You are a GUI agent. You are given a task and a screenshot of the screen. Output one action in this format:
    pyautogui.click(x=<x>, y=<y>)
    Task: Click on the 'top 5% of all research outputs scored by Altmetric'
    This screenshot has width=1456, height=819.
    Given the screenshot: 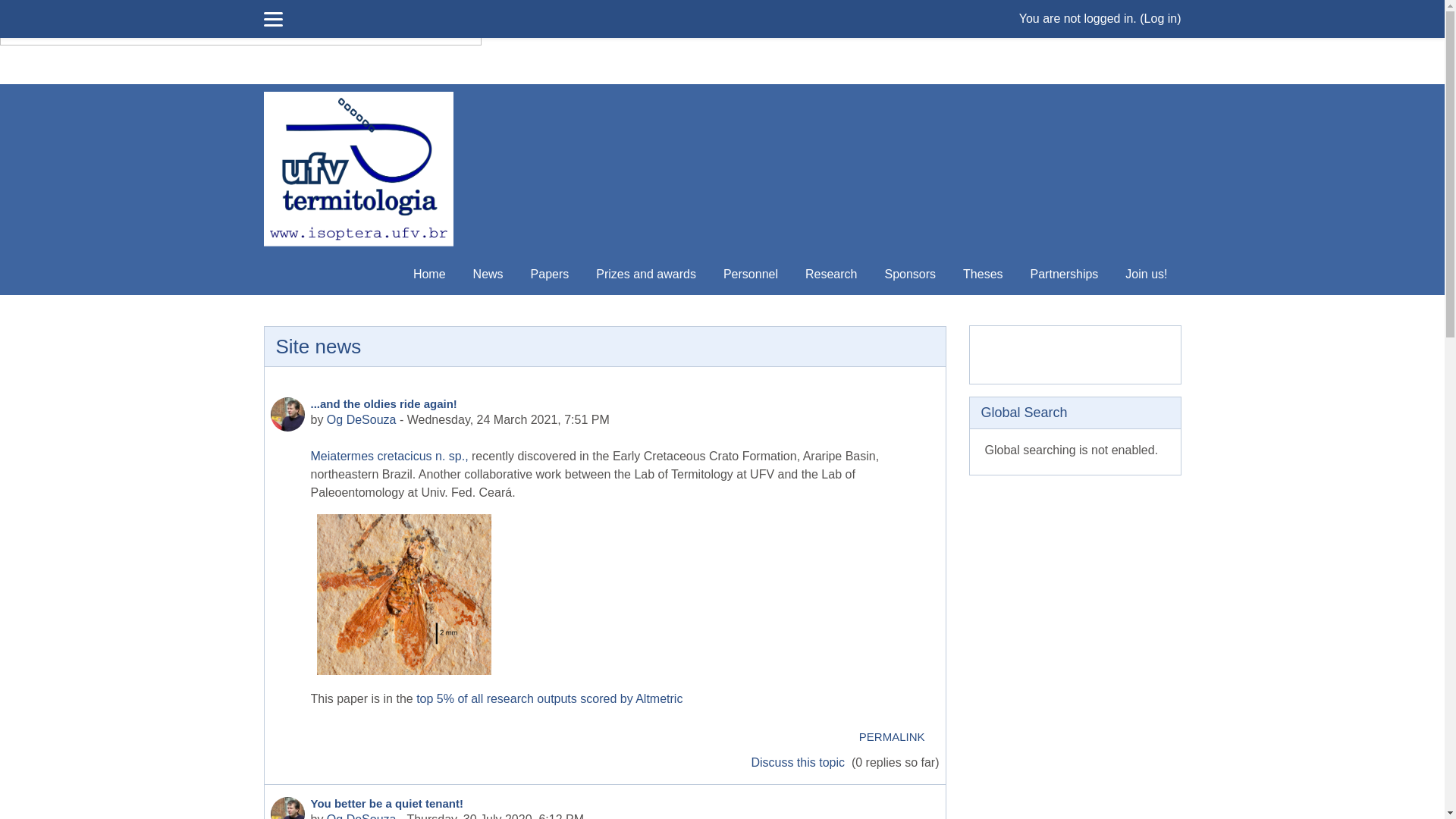 What is the action you would take?
    pyautogui.click(x=548, y=698)
    